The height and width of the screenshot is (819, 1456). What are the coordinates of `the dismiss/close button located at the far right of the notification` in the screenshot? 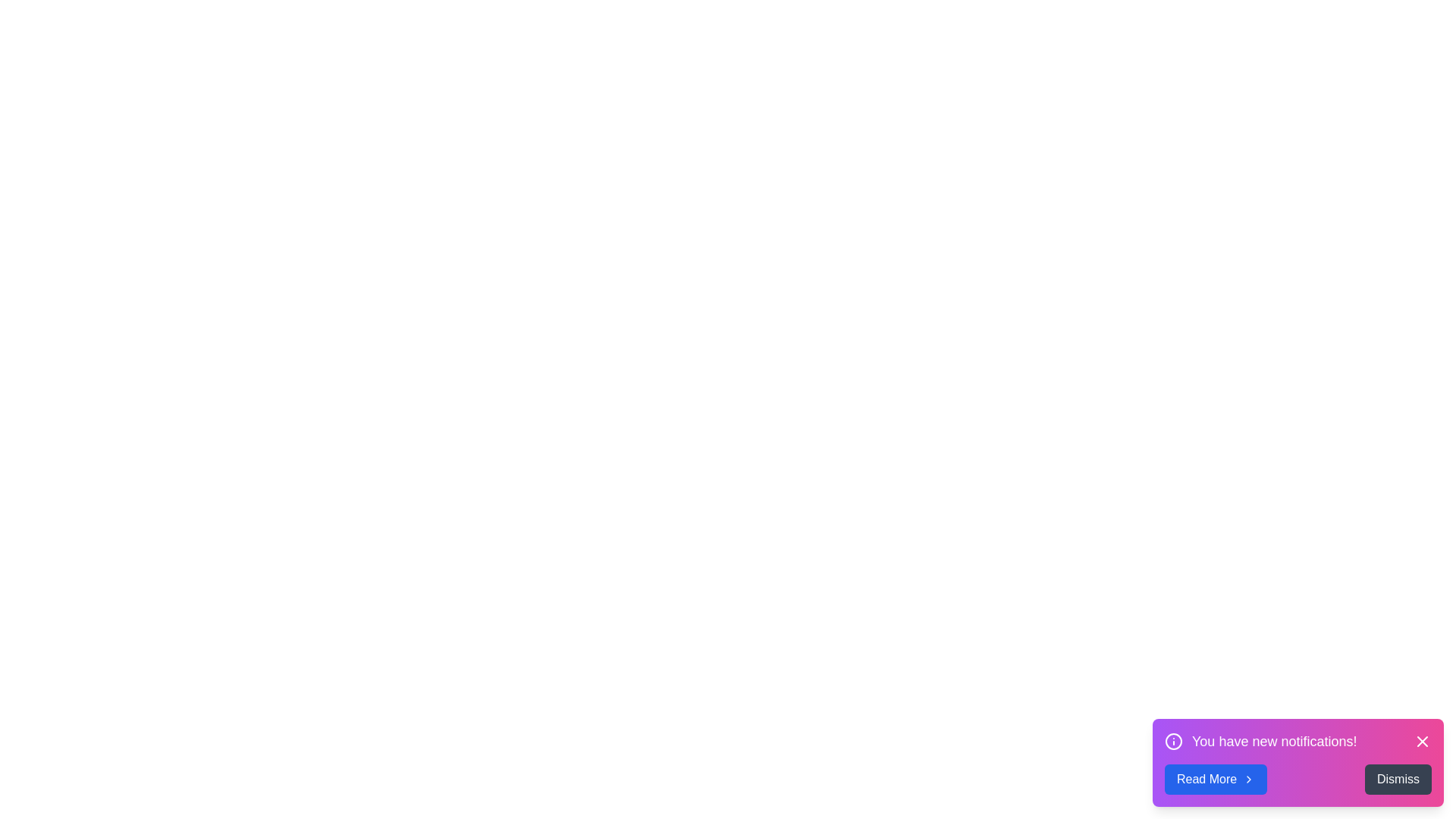 It's located at (1422, 741).